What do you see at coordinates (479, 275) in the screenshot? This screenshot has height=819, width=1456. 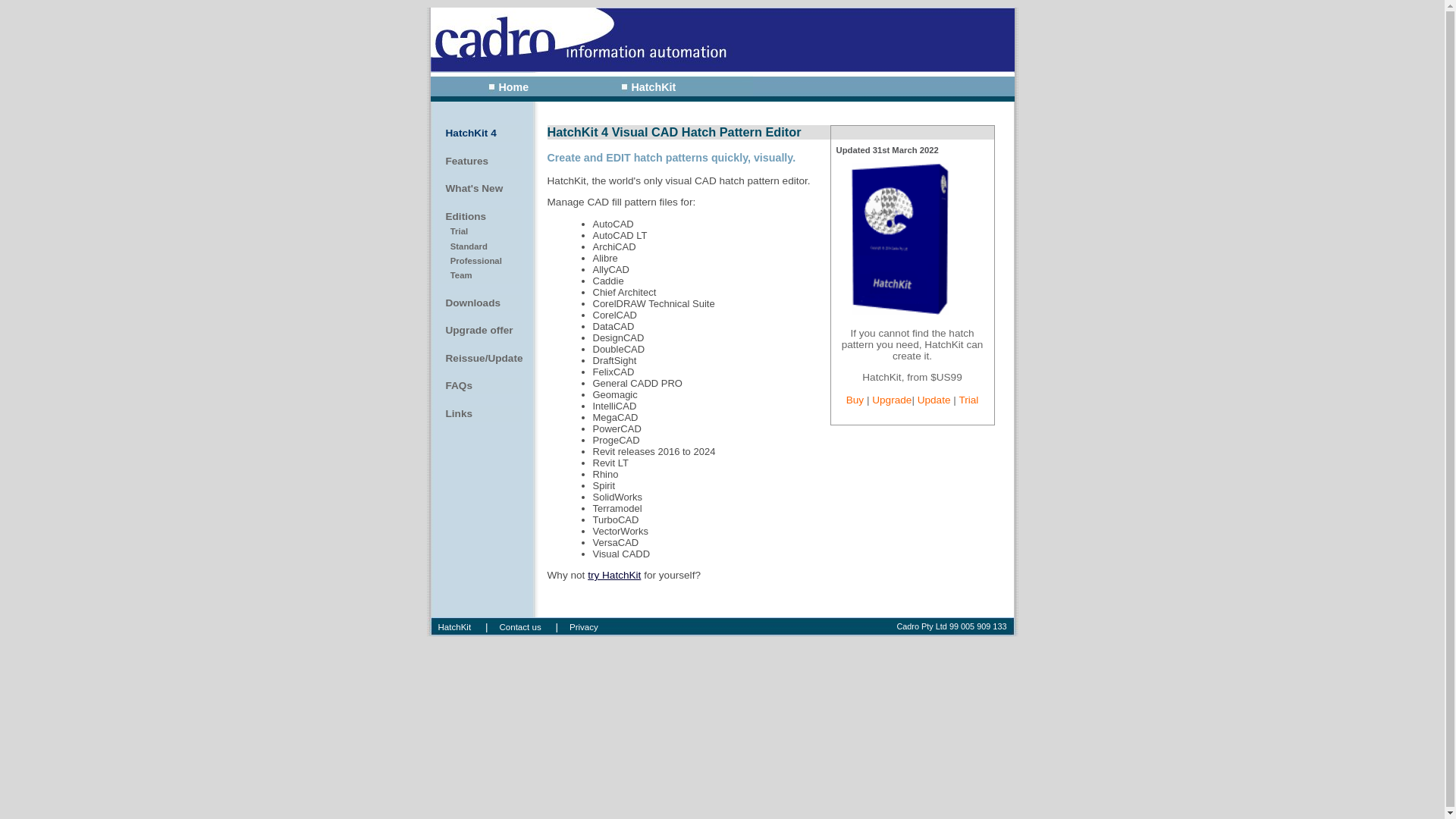 I see `'  Team'` at bounding box center [479, 275].